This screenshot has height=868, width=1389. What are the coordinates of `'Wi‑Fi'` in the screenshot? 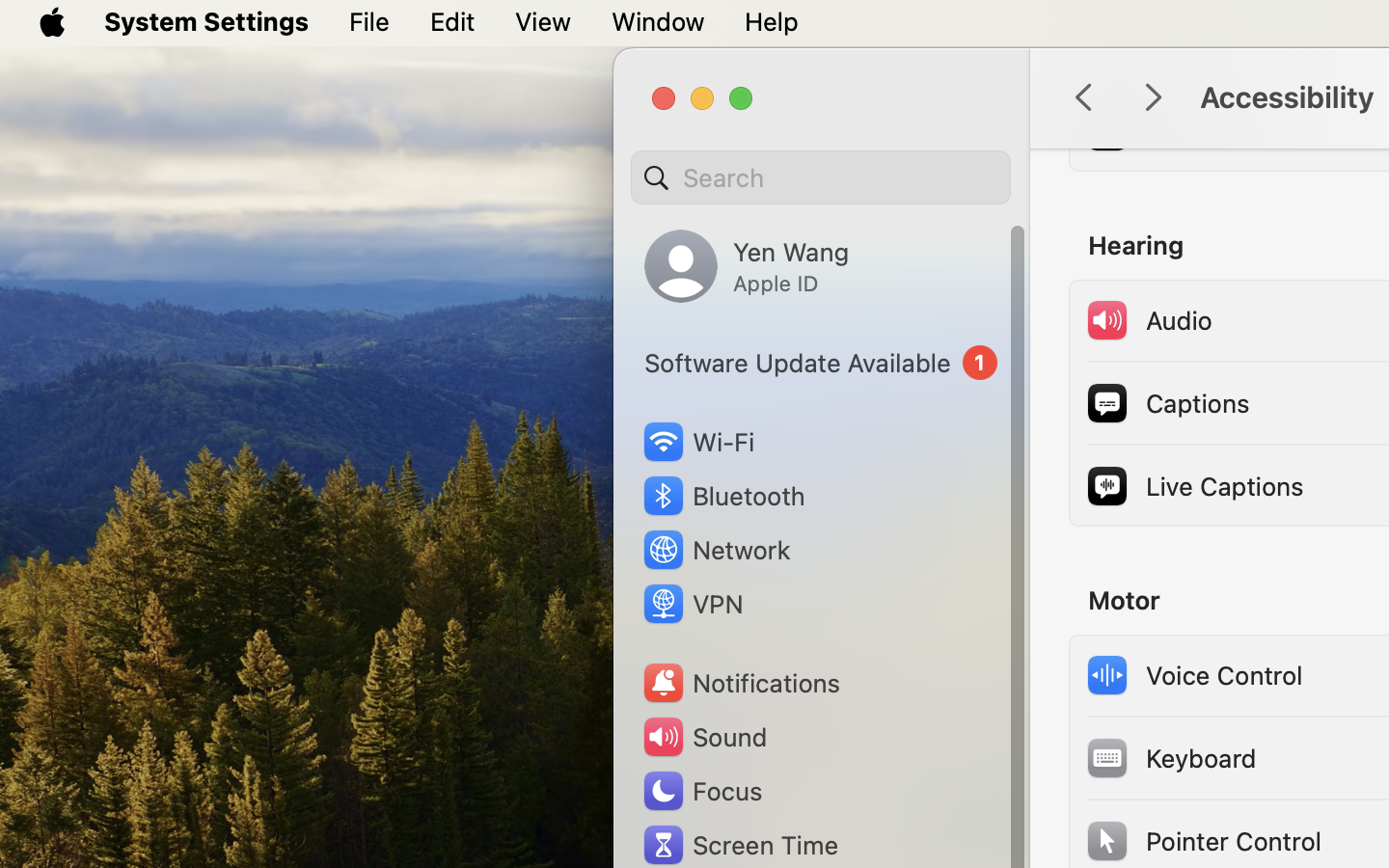 It's located at (696, 441).